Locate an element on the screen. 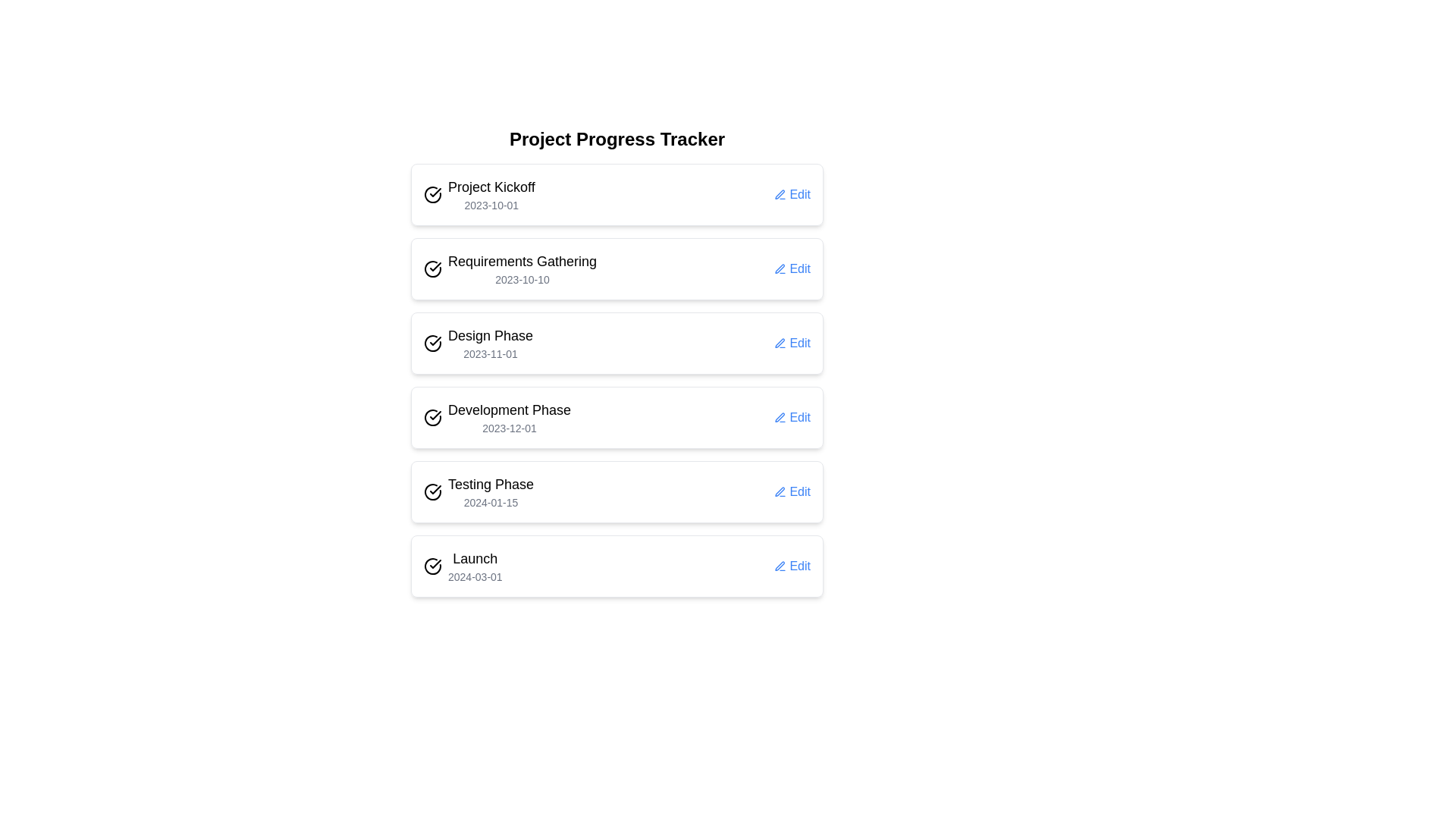  the status icon indicating progress in the 'Development Phase' list item, located at the fourth position in the progress tracker is located at coordinates (432, 418).